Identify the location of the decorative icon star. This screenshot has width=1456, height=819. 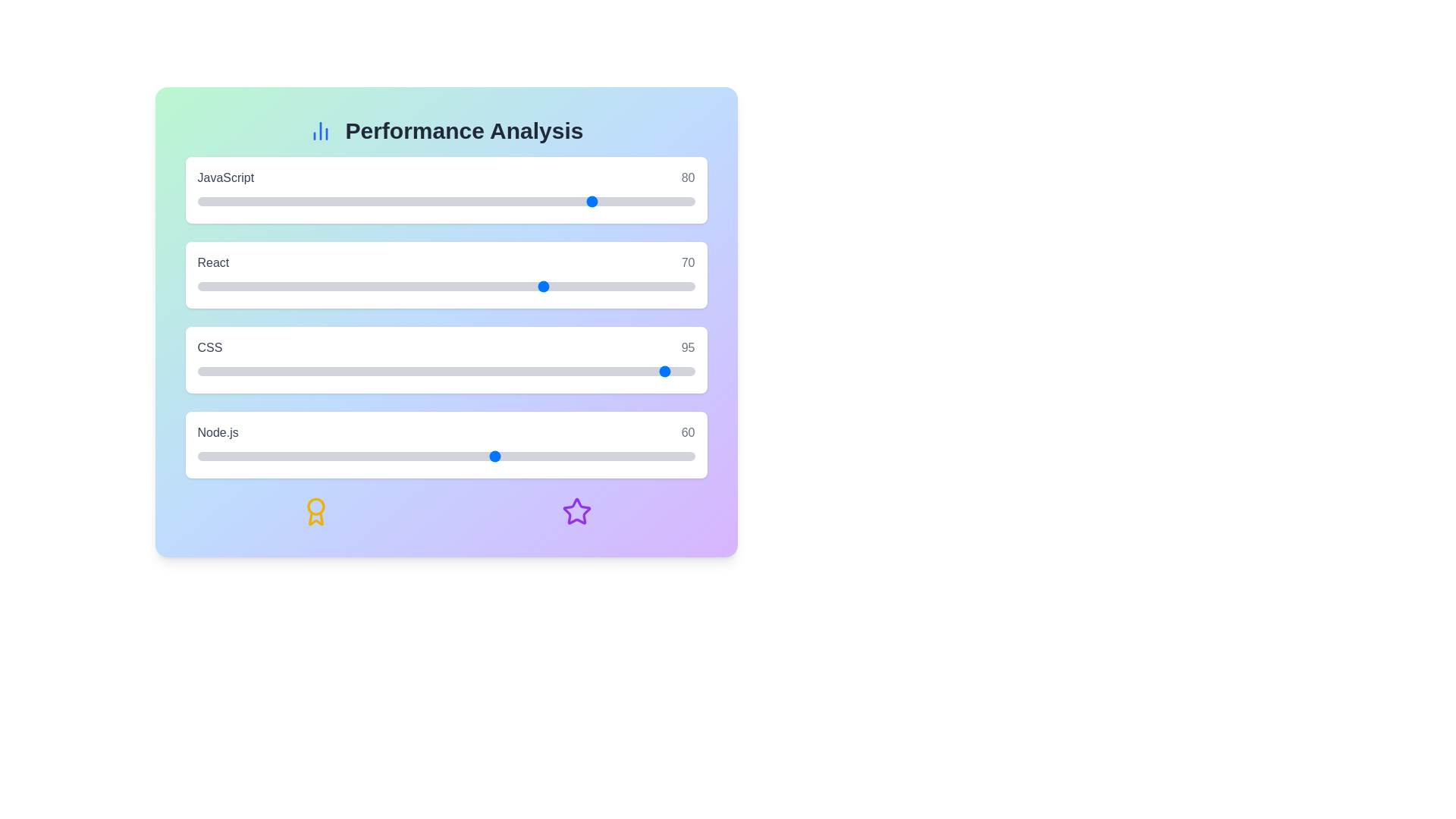
(576, 512).